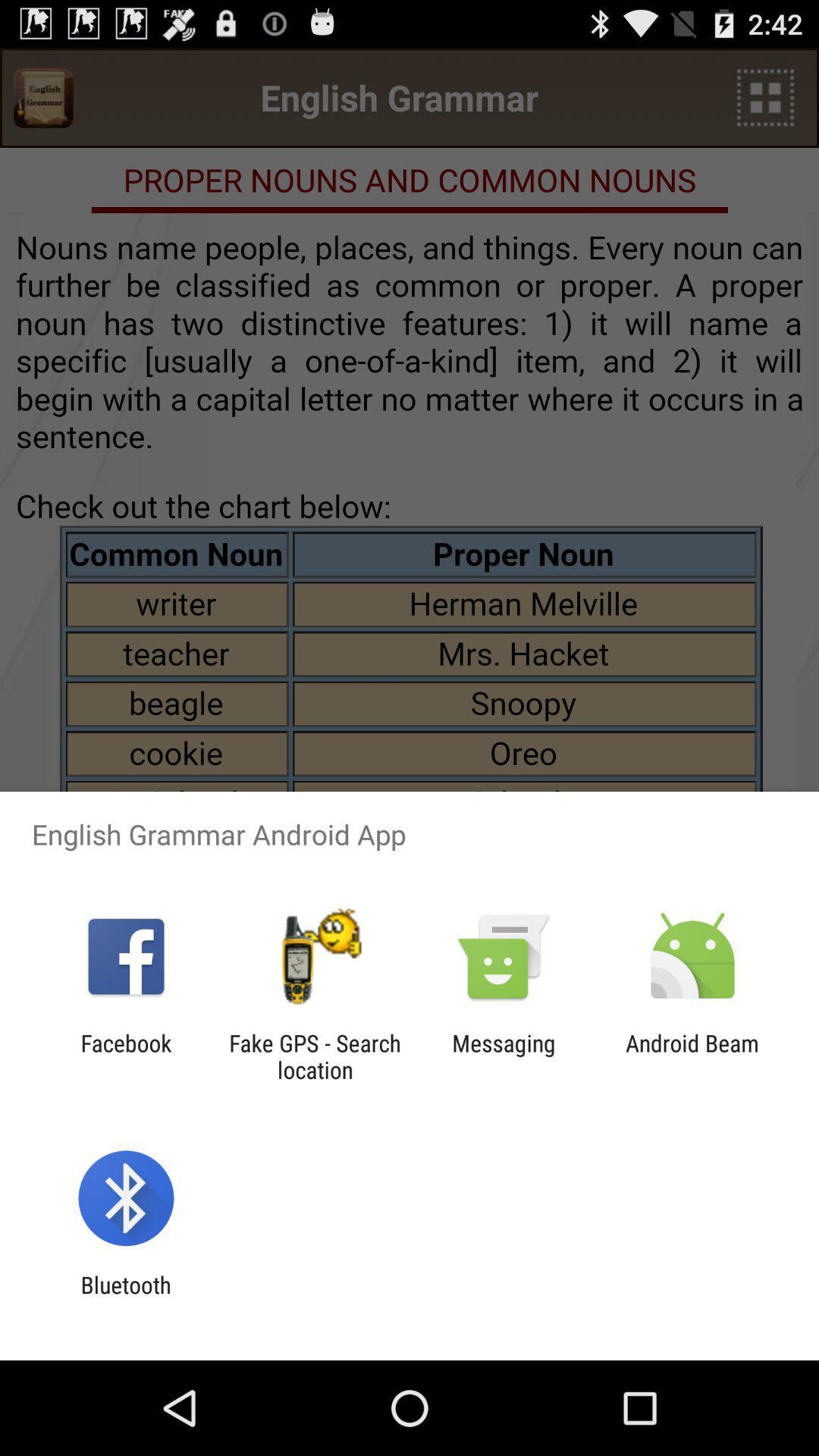 The image size is (819, 1456). I want to click on messaging, so click(504, 1056).